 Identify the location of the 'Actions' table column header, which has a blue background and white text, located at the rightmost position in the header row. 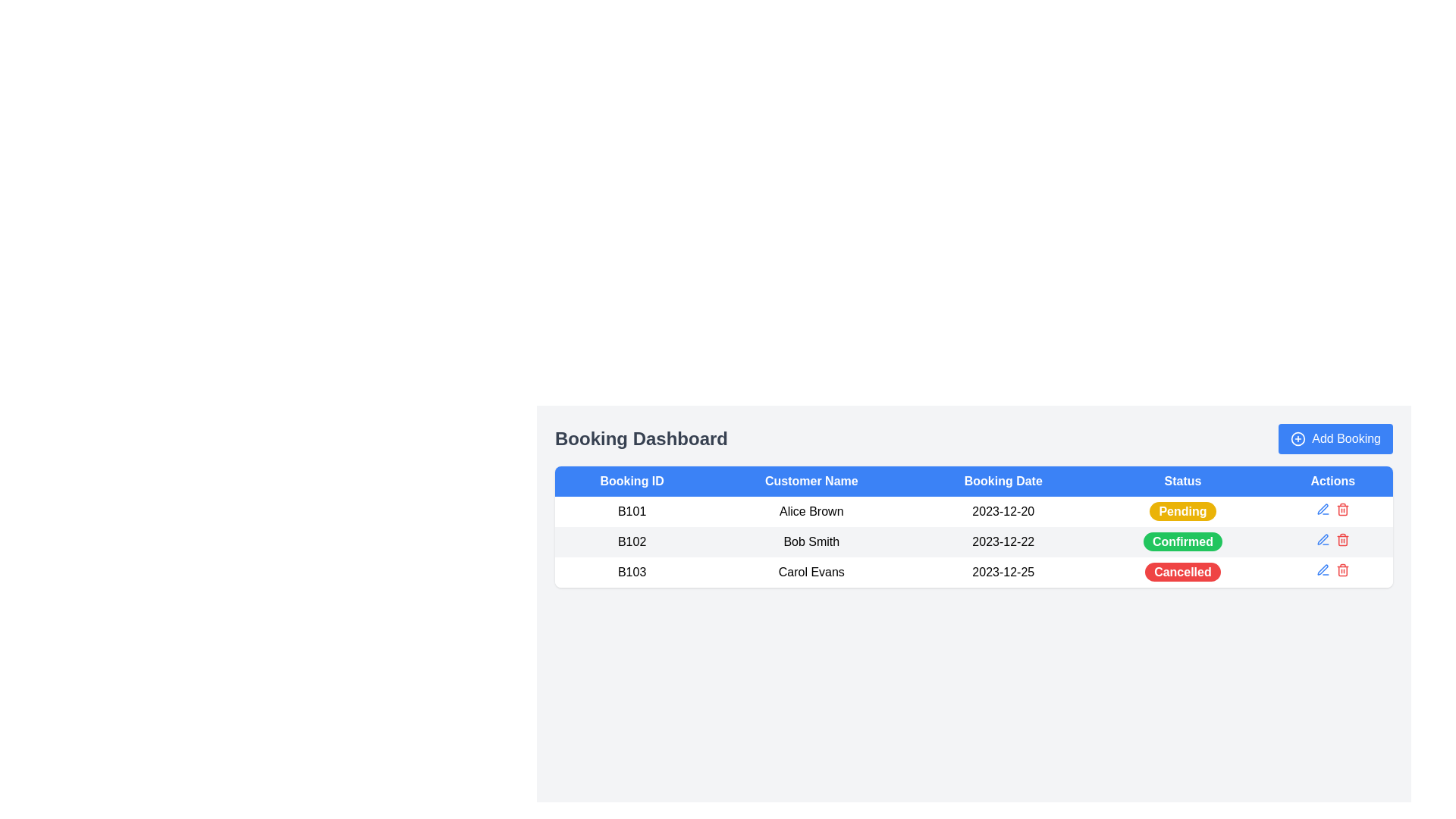
(1332, 482).